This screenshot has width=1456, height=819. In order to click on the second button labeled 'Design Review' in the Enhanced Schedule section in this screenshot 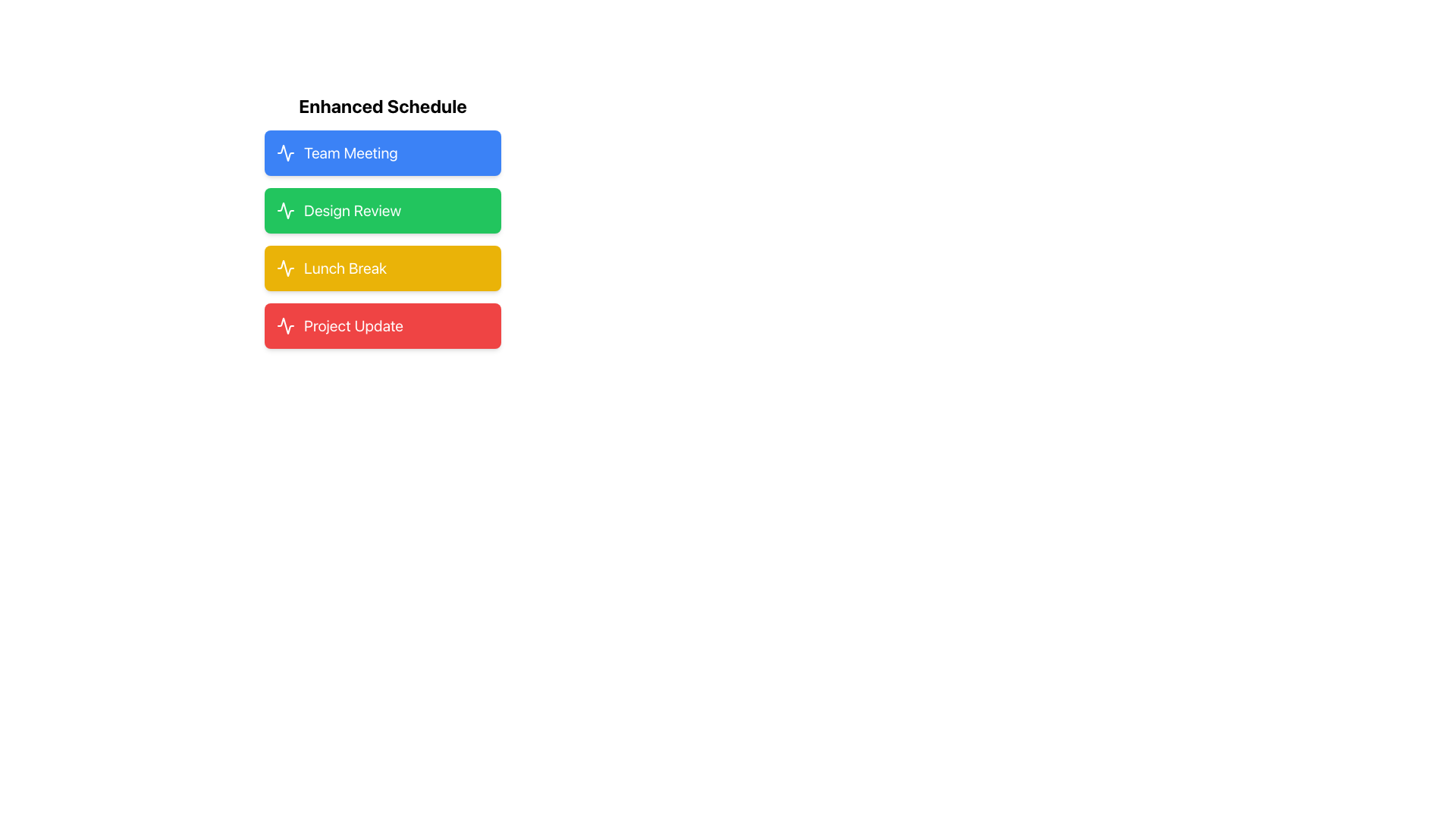, I will do `click(382, 239)`.